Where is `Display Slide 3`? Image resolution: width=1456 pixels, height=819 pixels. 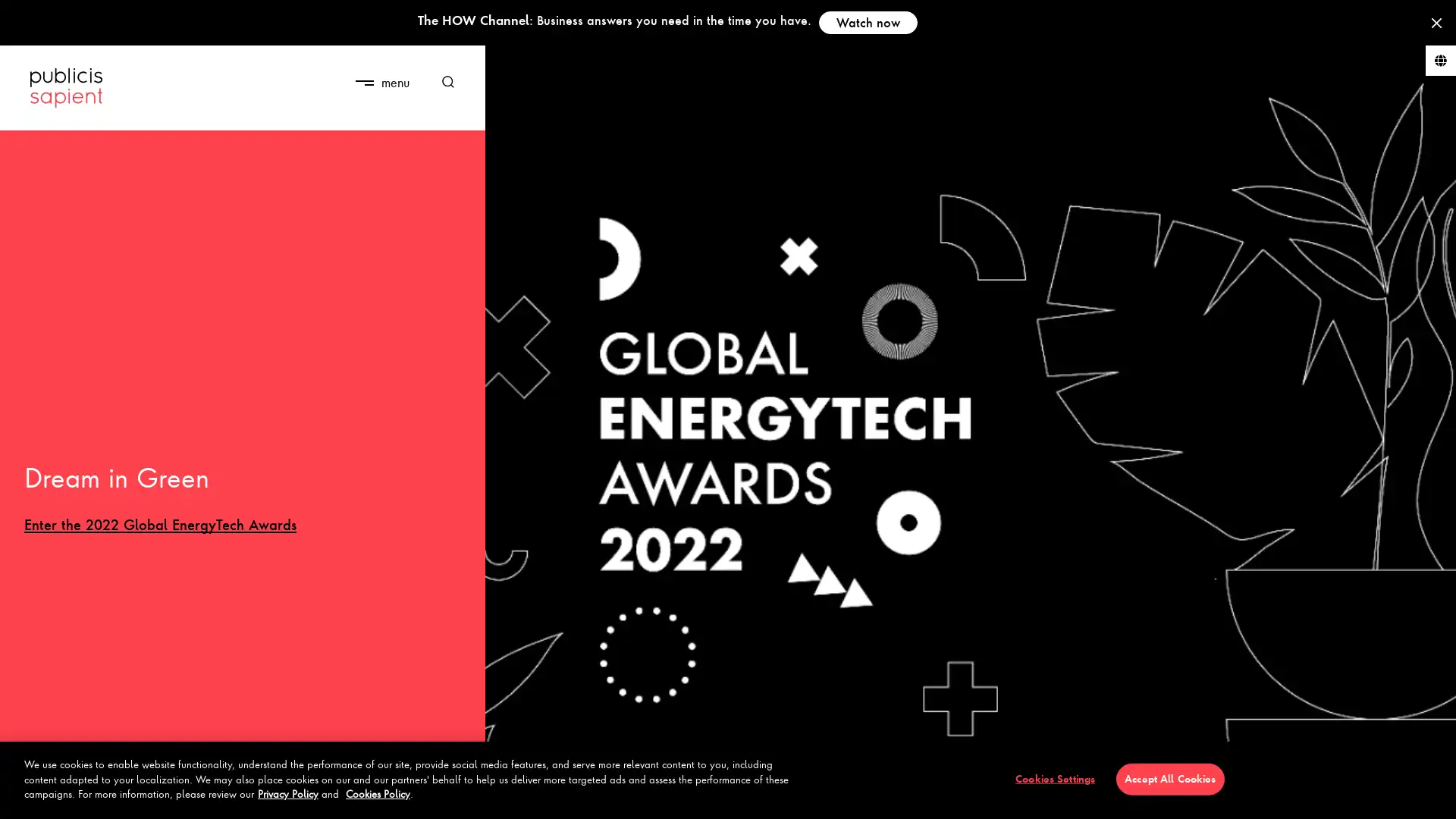
Display Slide 3 is located at coordinates (91, 798).